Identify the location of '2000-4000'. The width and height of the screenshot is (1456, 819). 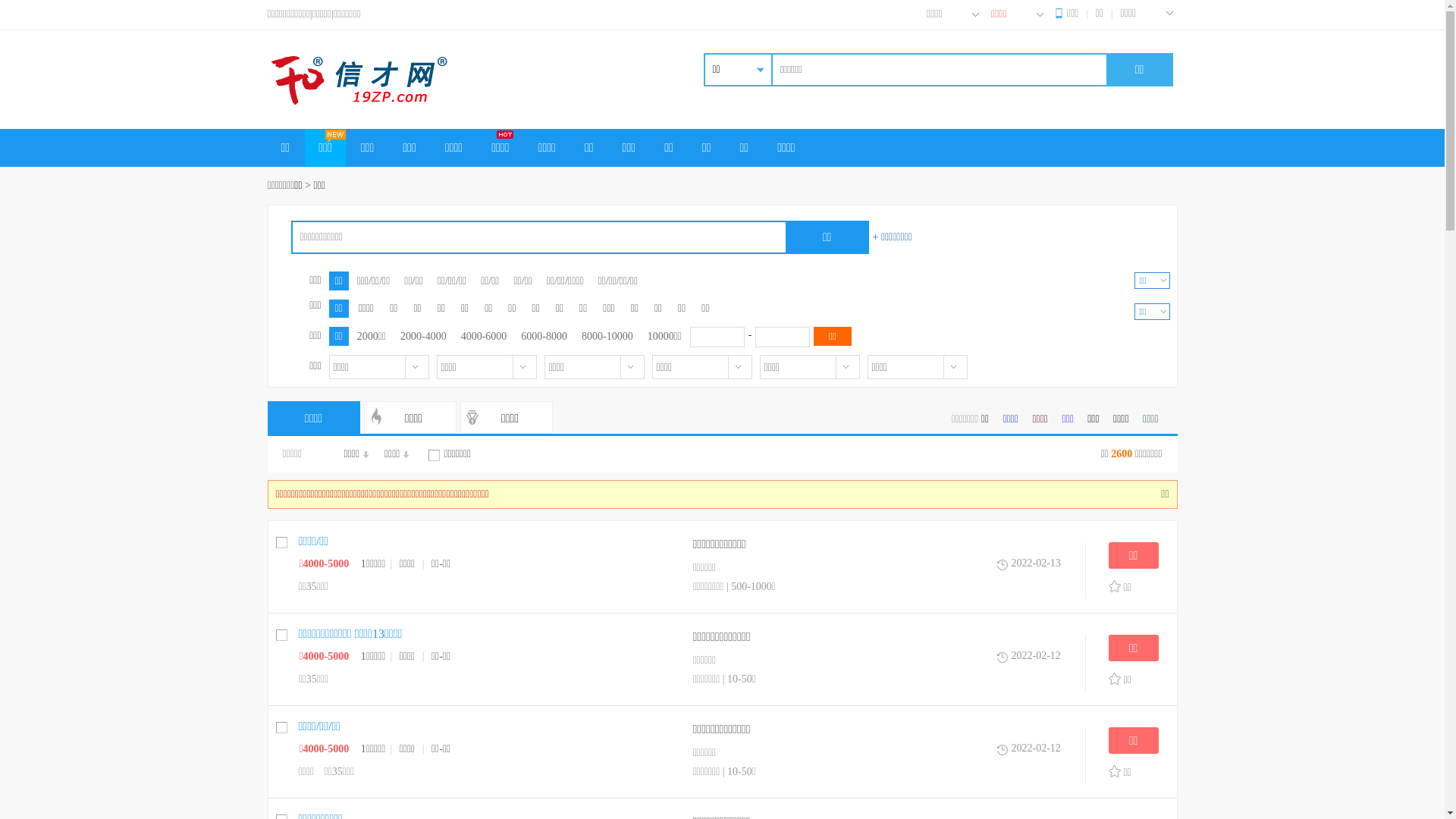
(423, 335).